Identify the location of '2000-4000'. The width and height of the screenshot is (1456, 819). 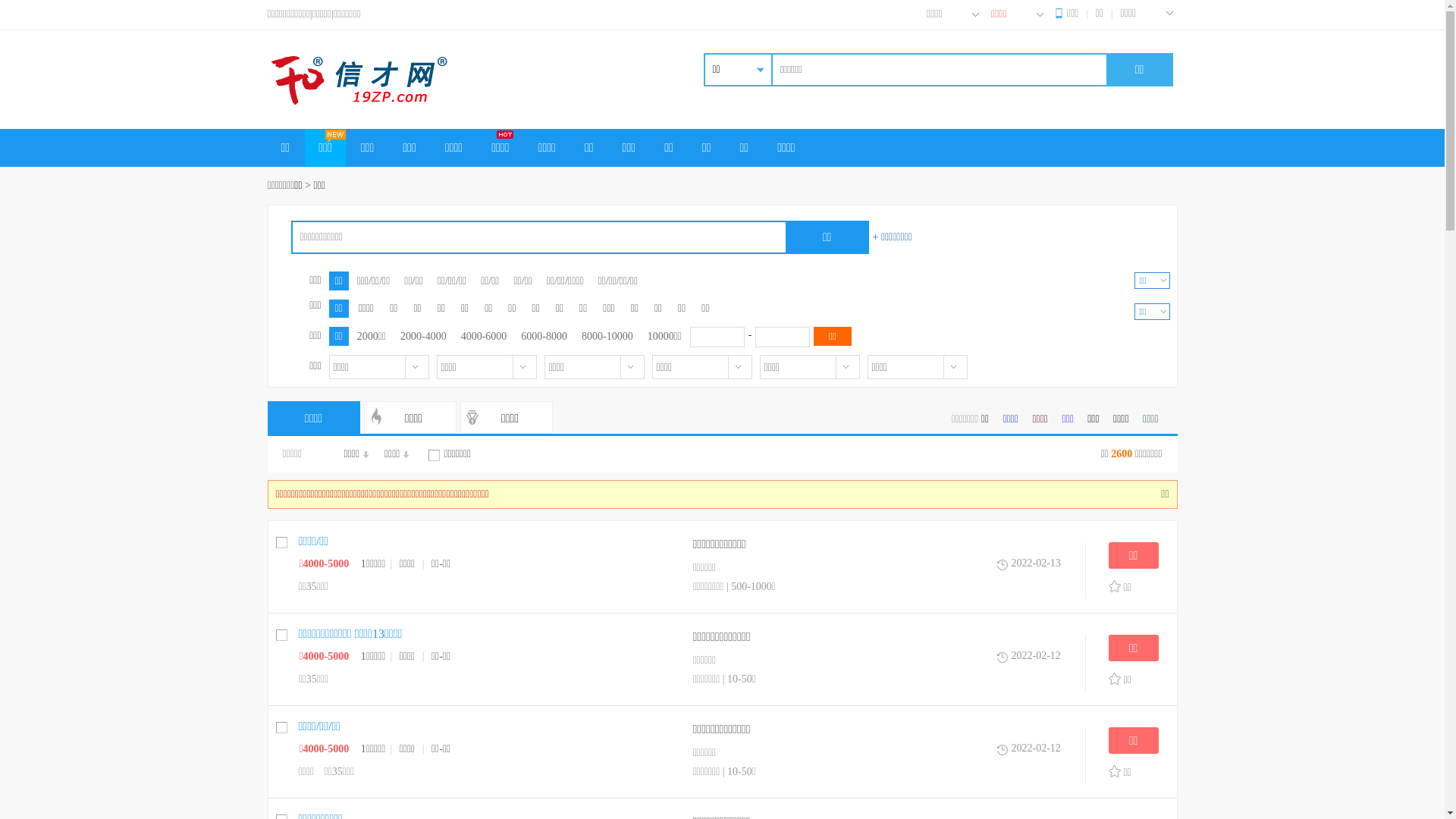
(423, 335).